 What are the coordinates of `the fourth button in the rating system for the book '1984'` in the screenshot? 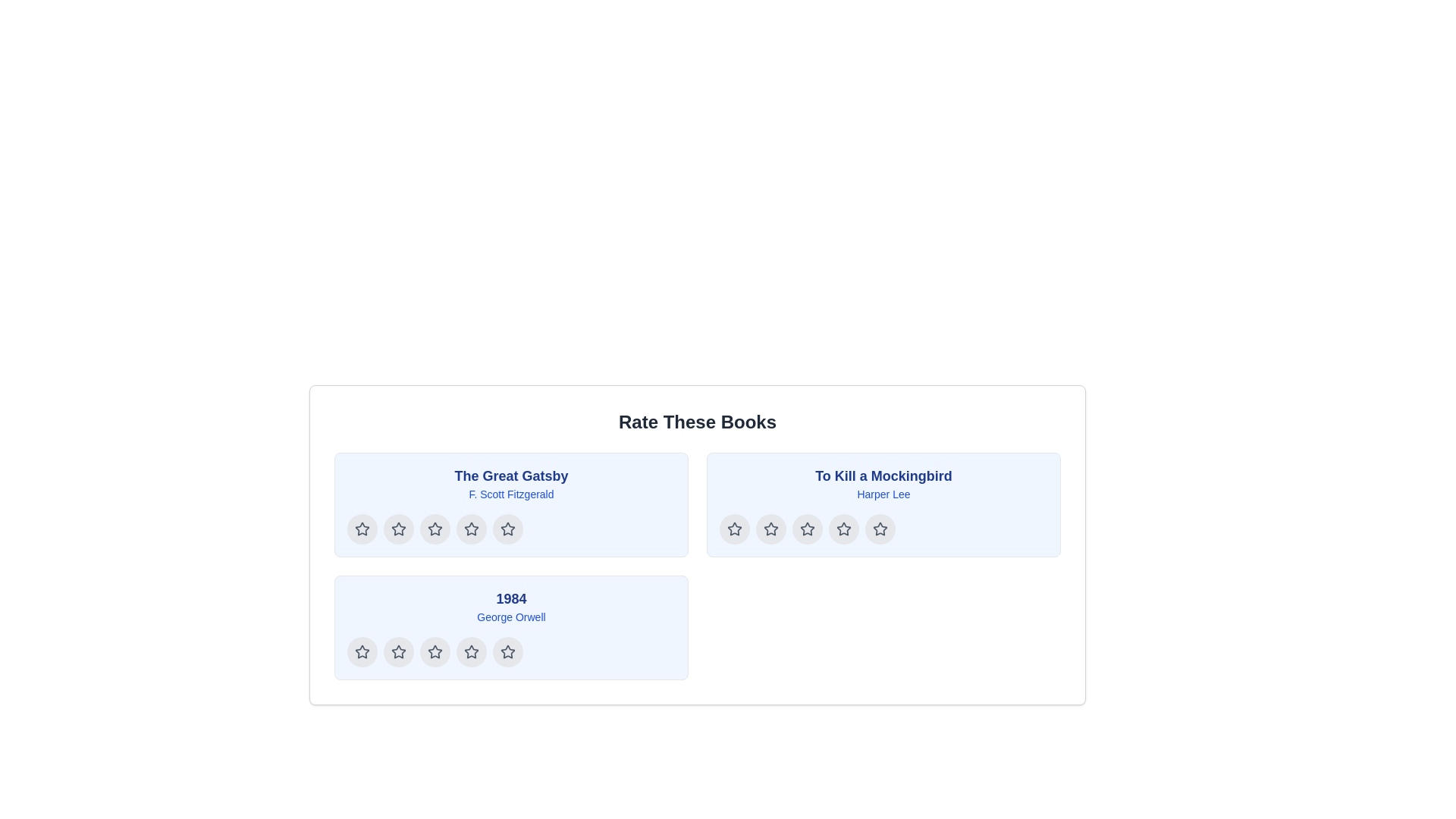 It's located at (471, 651).